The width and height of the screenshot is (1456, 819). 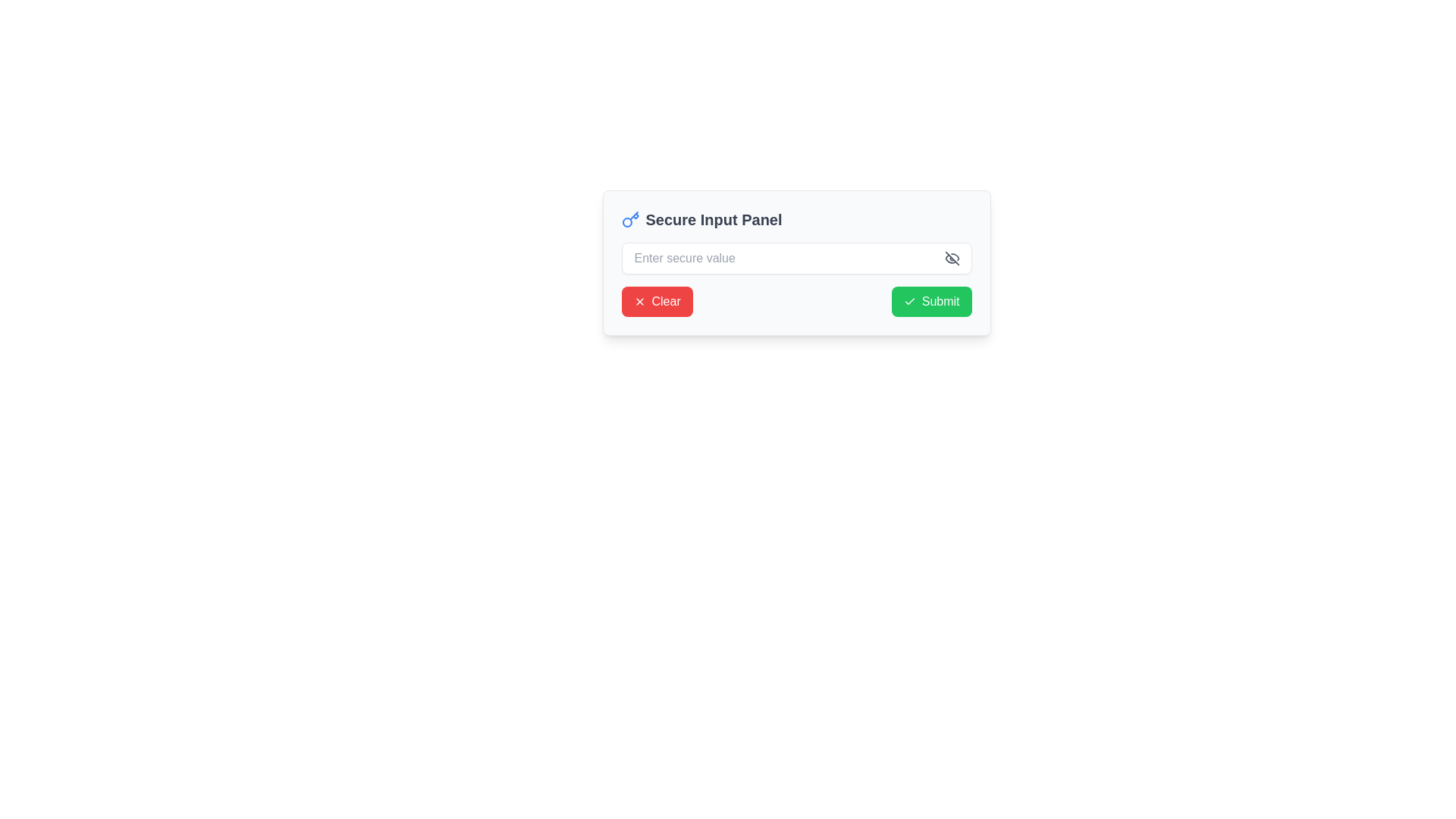 What do you see at coordinates (951, 257) in the screenshot?
I see `the diagonal line of the eye-off icon within the Secure Input Panel, which is part of the SVG graphic` at bounding box center [951, 257].